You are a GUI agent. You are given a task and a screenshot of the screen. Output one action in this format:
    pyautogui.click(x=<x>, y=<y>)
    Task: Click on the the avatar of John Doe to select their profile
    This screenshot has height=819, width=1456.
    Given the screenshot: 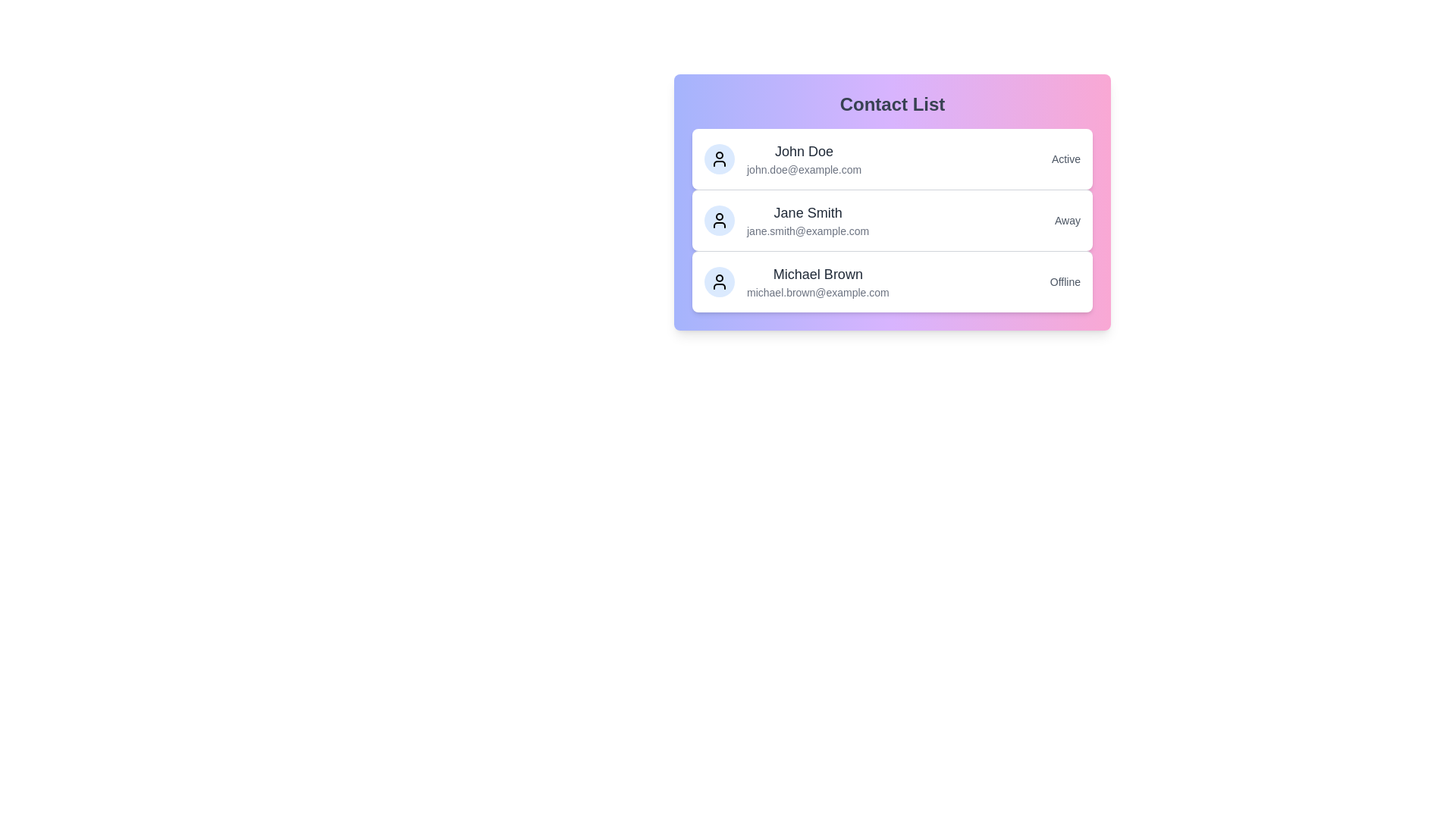 What is the action you would take?
    pyautogui.click(x=719, y=158)
    